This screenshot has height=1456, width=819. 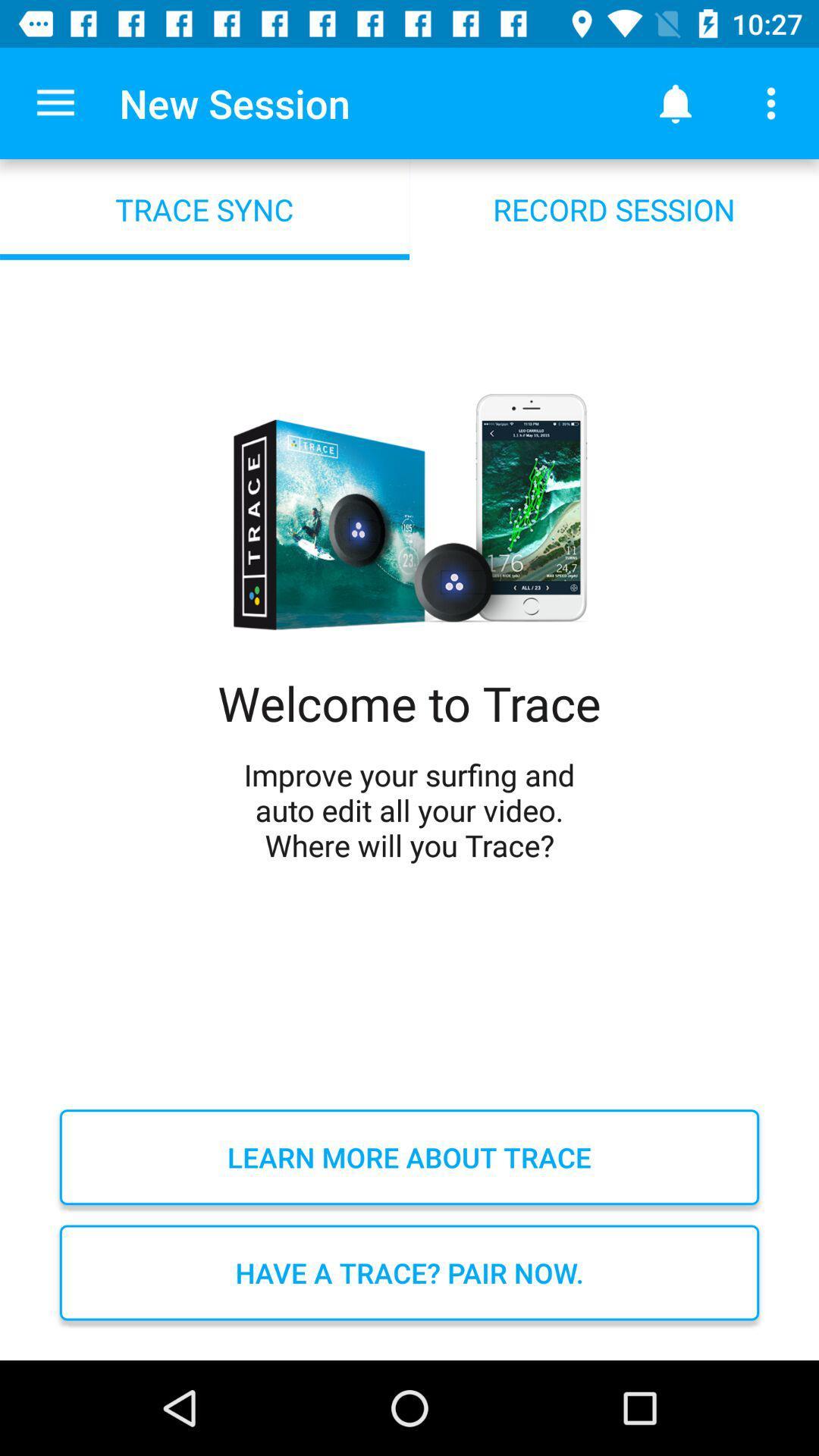 What do you see at coordinates (409, 1272) in the screenshot?
I see `the item below the learn more about icon` at bounding box center [409, 1272].